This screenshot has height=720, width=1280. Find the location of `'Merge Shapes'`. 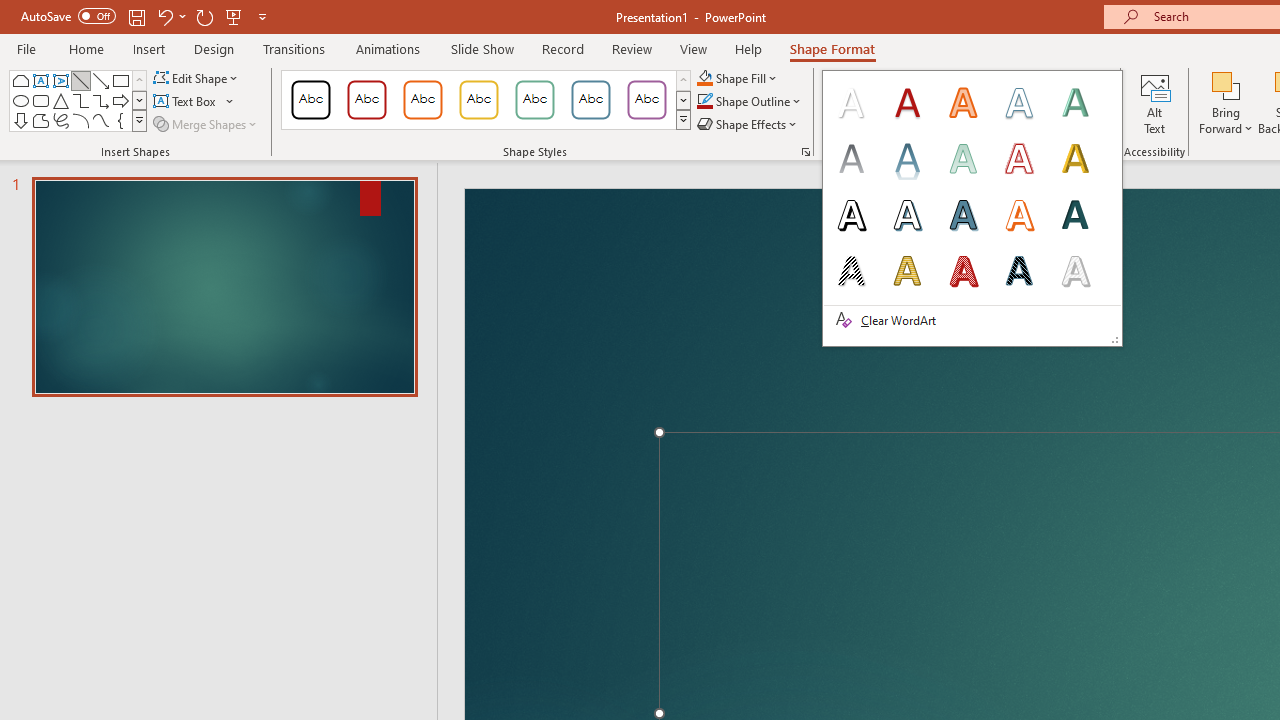

'Merge Shapes' is located at coordinates (206, 124).